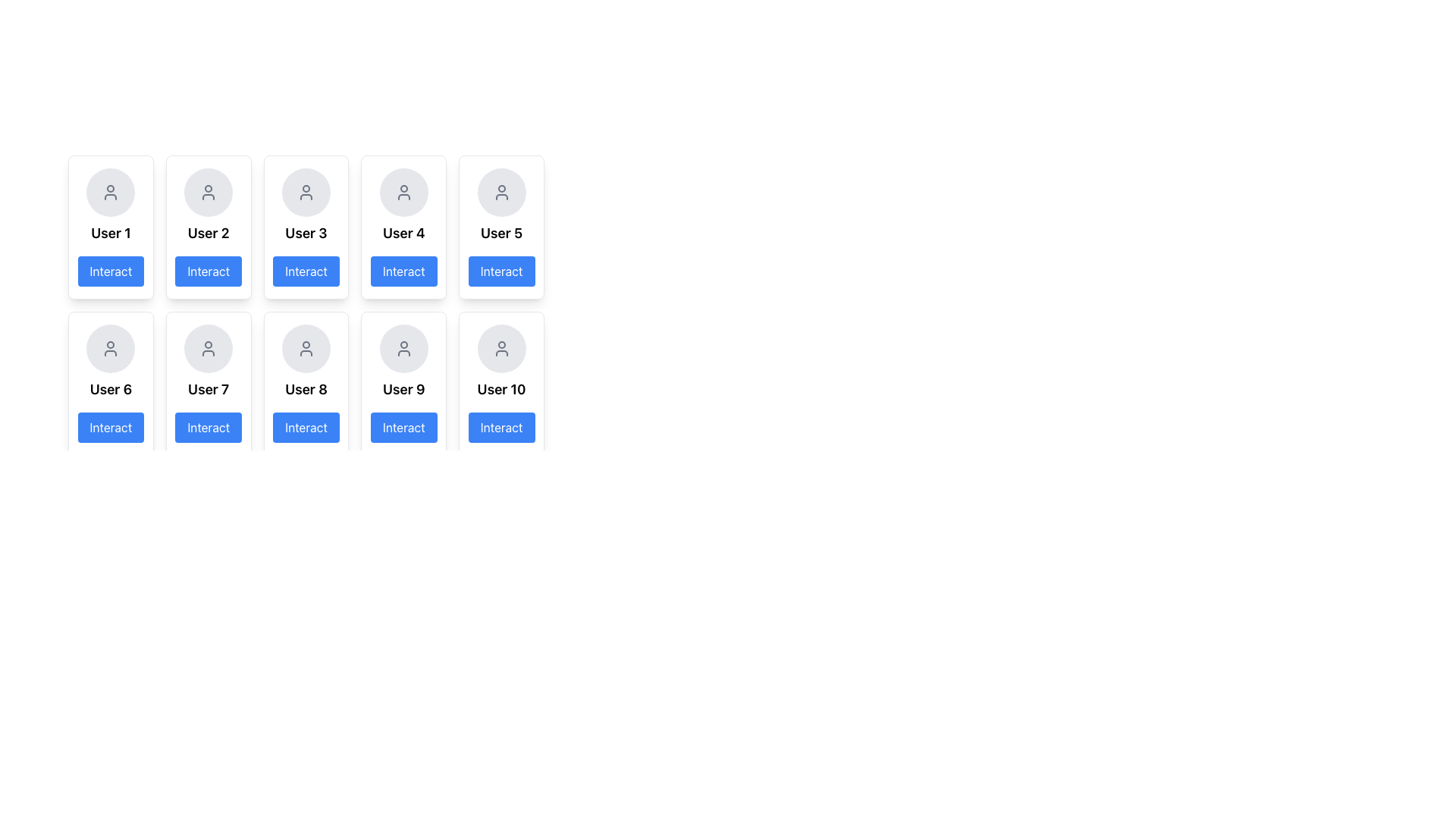 The image size is (1456, 819). What do you see at coordinates (305, 348) in the screenshot?
I see `the user profile icon located above the label 'User 8' in the second row, third column of the grid layout` at bounding box center [305, 348].